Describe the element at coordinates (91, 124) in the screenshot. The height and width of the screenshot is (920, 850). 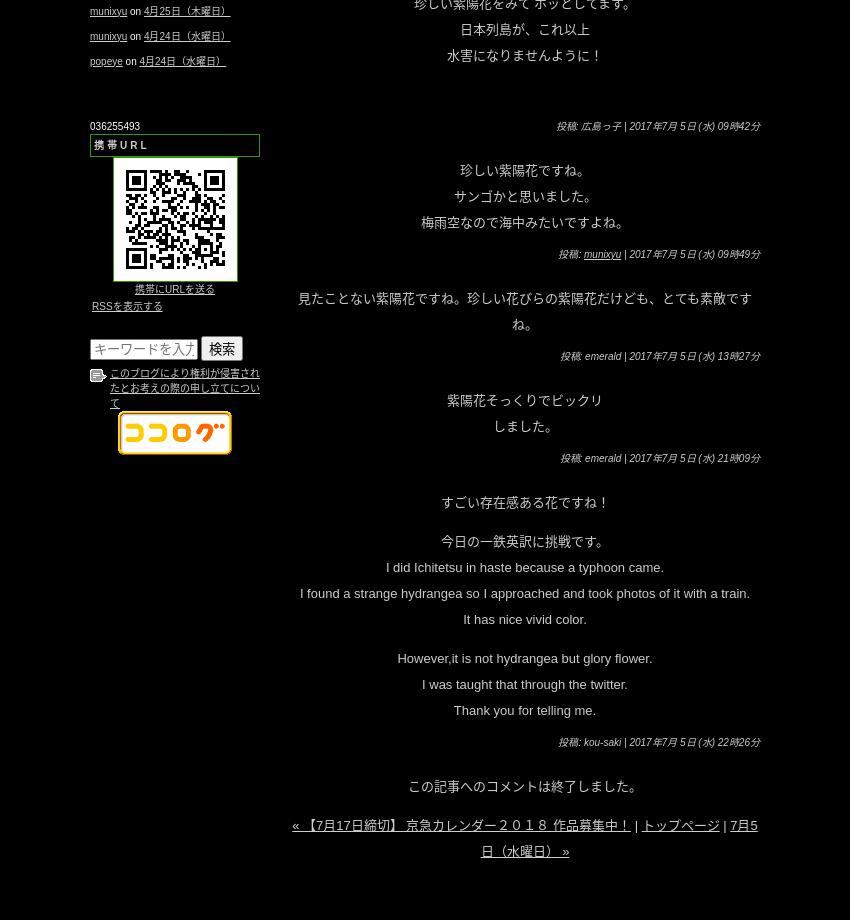
I see `'0'` at that location.